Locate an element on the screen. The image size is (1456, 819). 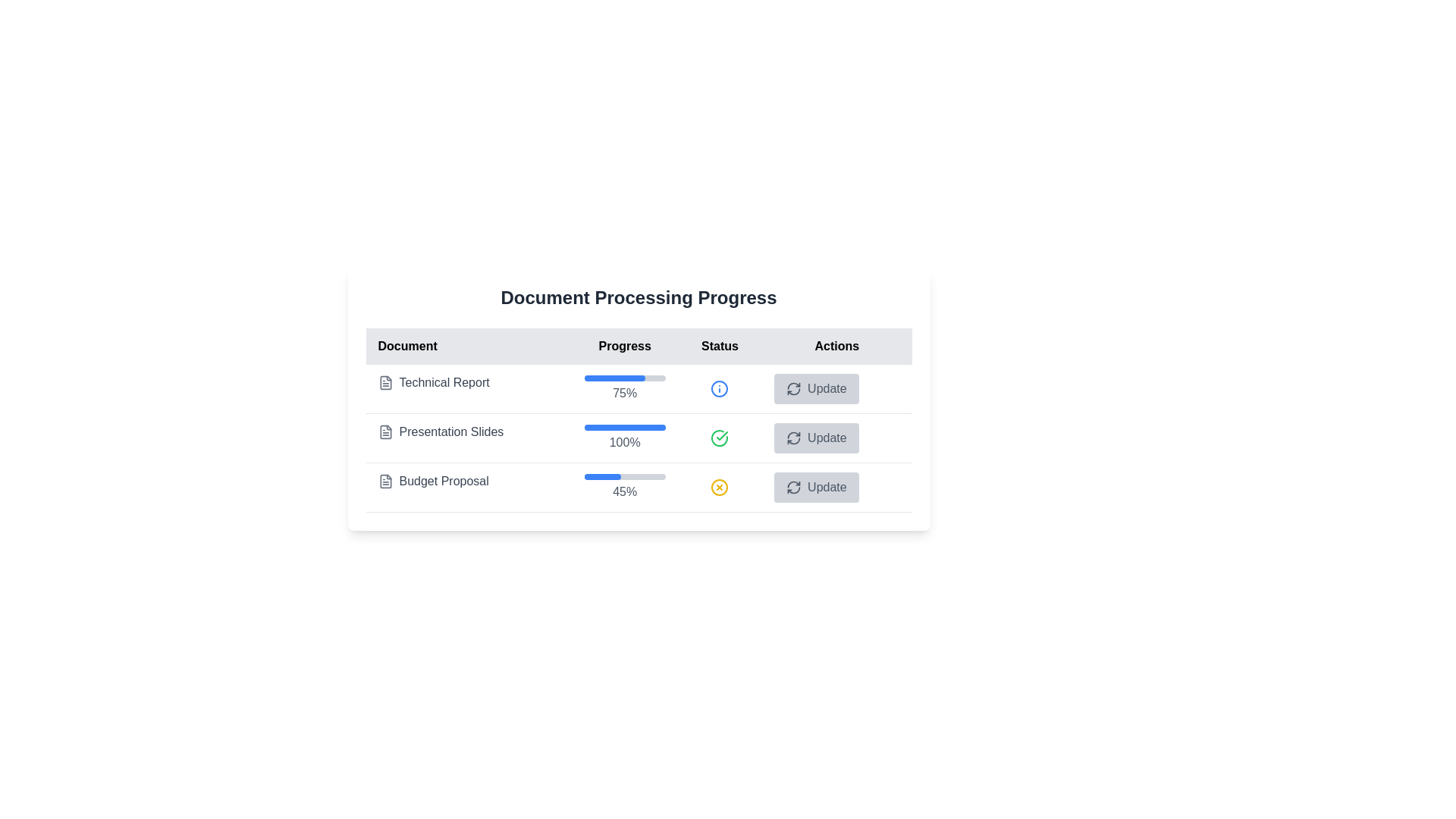
the Progress bar representing the progress status of the 'Budget Proposal' task, which displays a blue fill and indicates '45%' is located at coordinates (625, 475).